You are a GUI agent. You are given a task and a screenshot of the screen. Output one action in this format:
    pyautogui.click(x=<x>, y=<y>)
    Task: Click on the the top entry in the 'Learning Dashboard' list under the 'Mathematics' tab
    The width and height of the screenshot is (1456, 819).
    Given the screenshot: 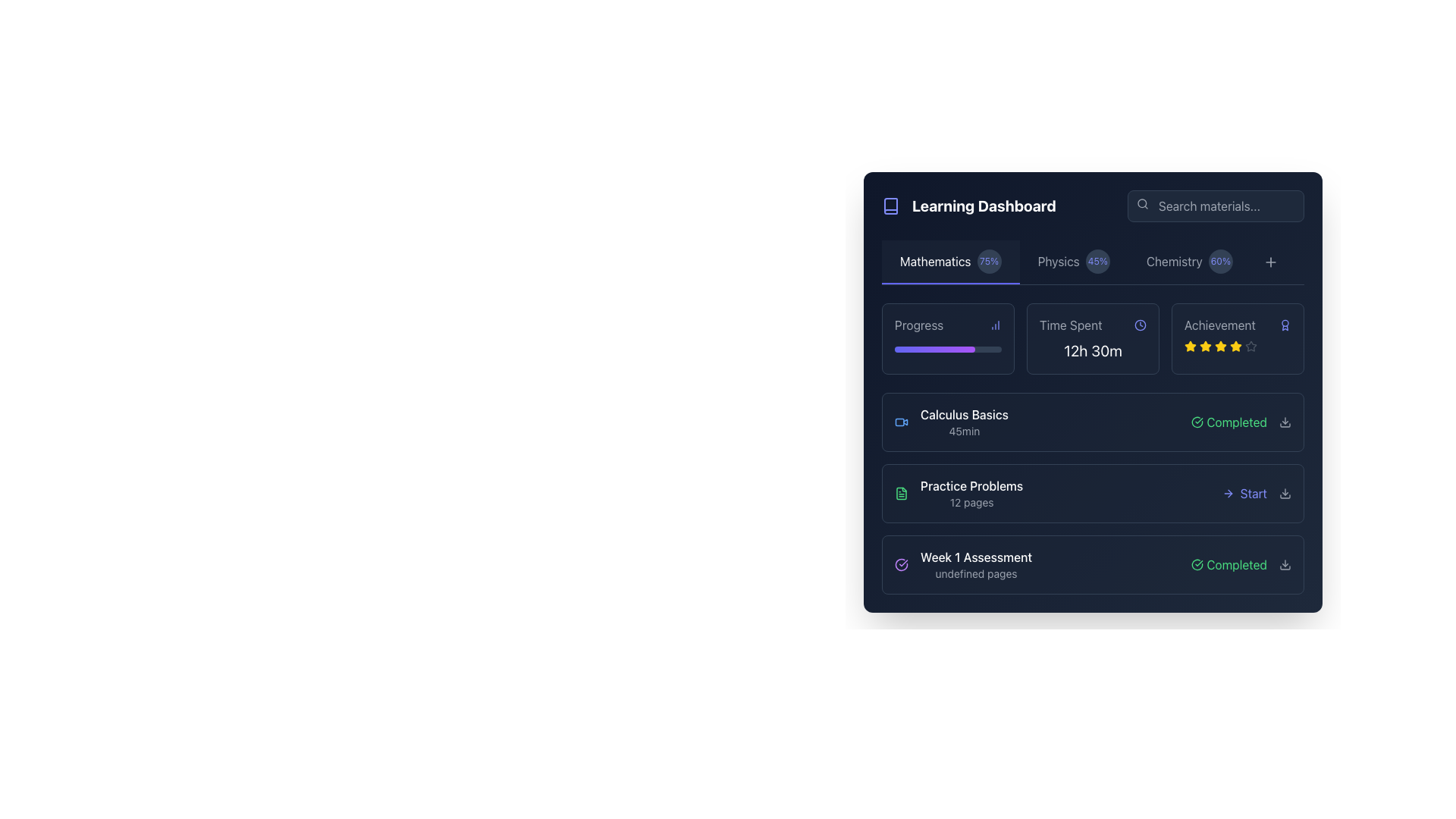 What is the action you would take?
    pyautogui.click(x=964, y=422)
    